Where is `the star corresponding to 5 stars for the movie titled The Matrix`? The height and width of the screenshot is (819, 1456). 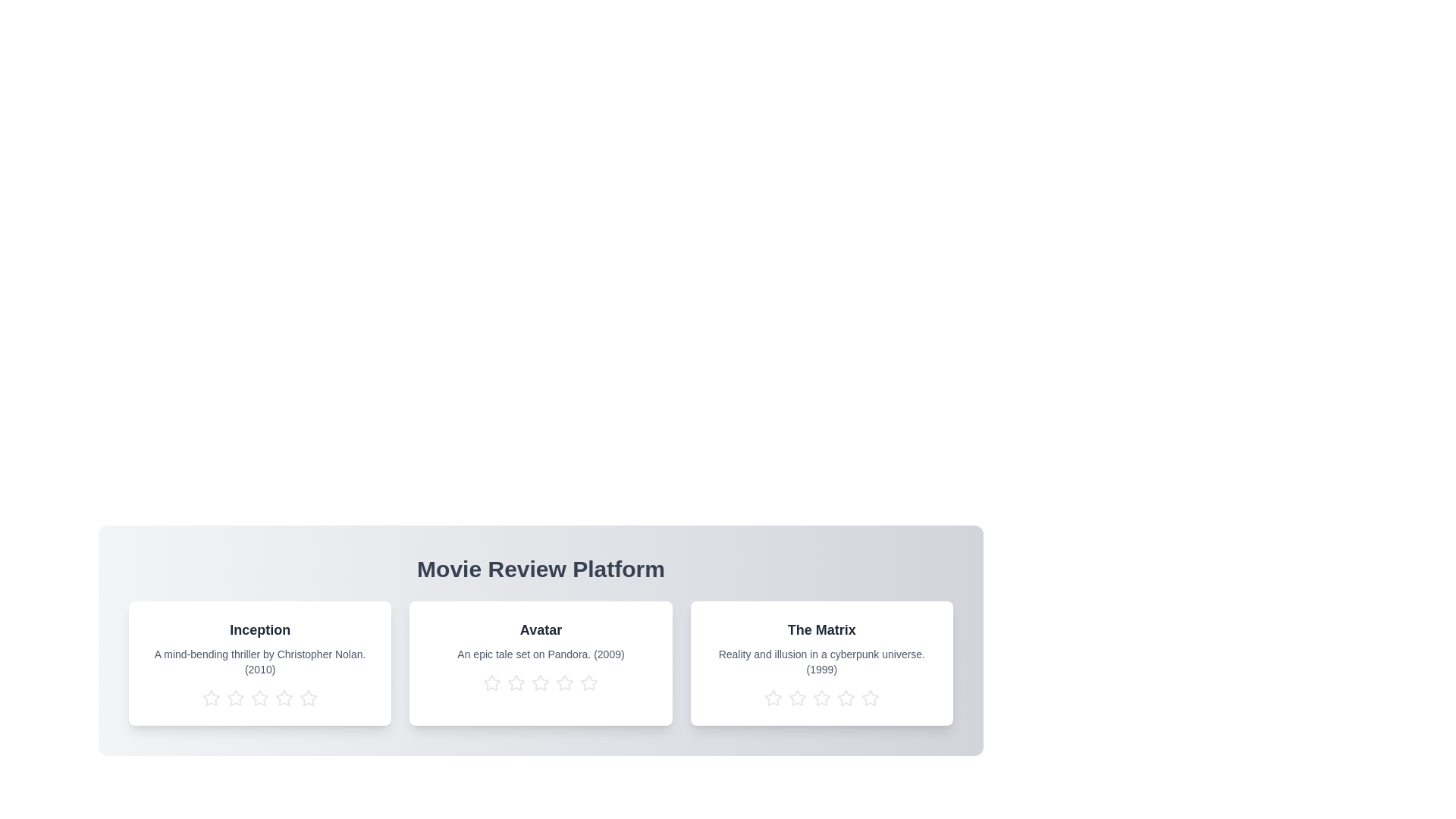 the star corresponding to 5 stars for the movie titled The Matrix is located at coordinates (870, 698).